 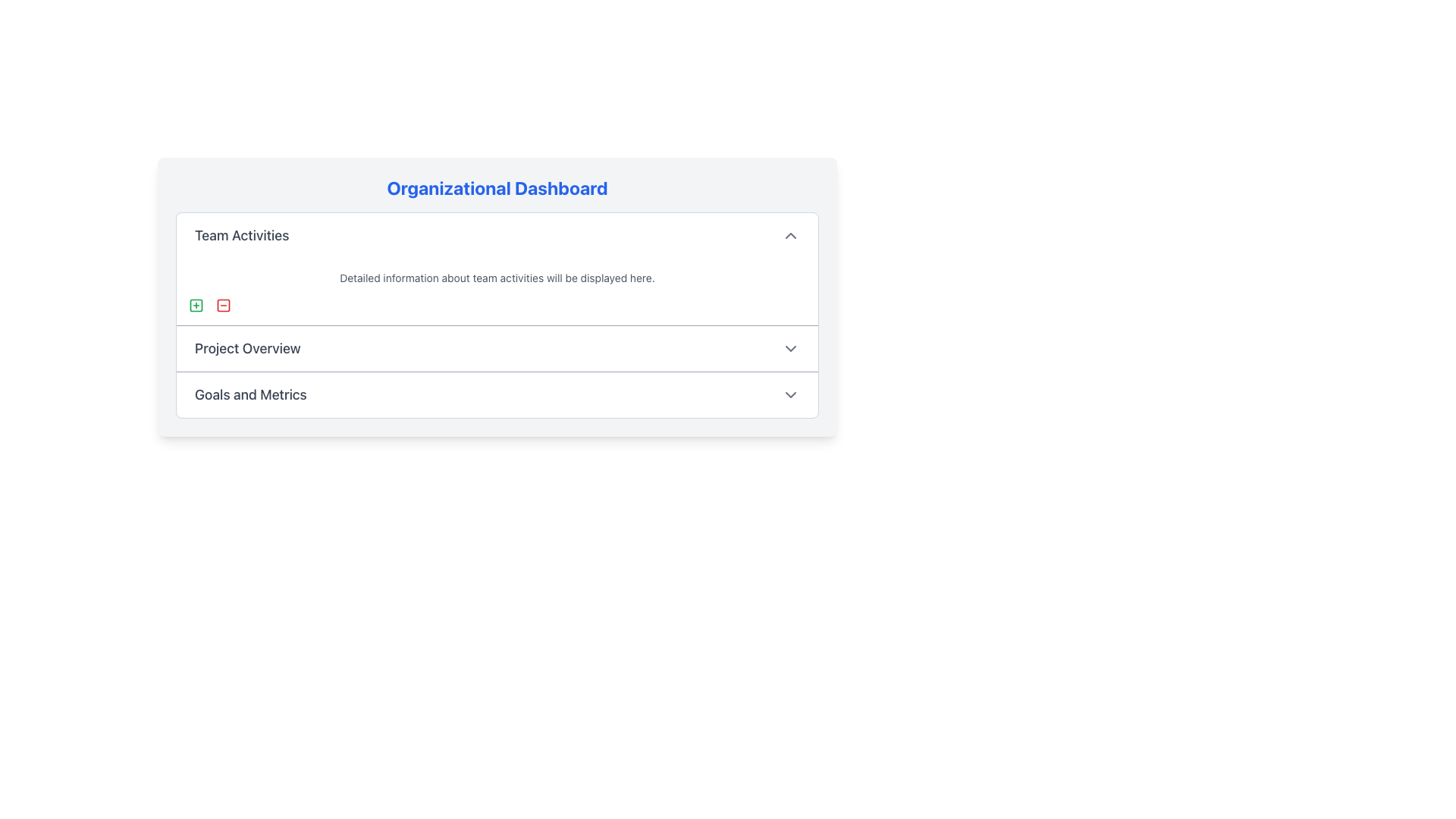 I want to click on the square red-bordered button with a minus sign located in the second position under the 'Team Activities' section of the dashboard, so click(x=222, y=305).